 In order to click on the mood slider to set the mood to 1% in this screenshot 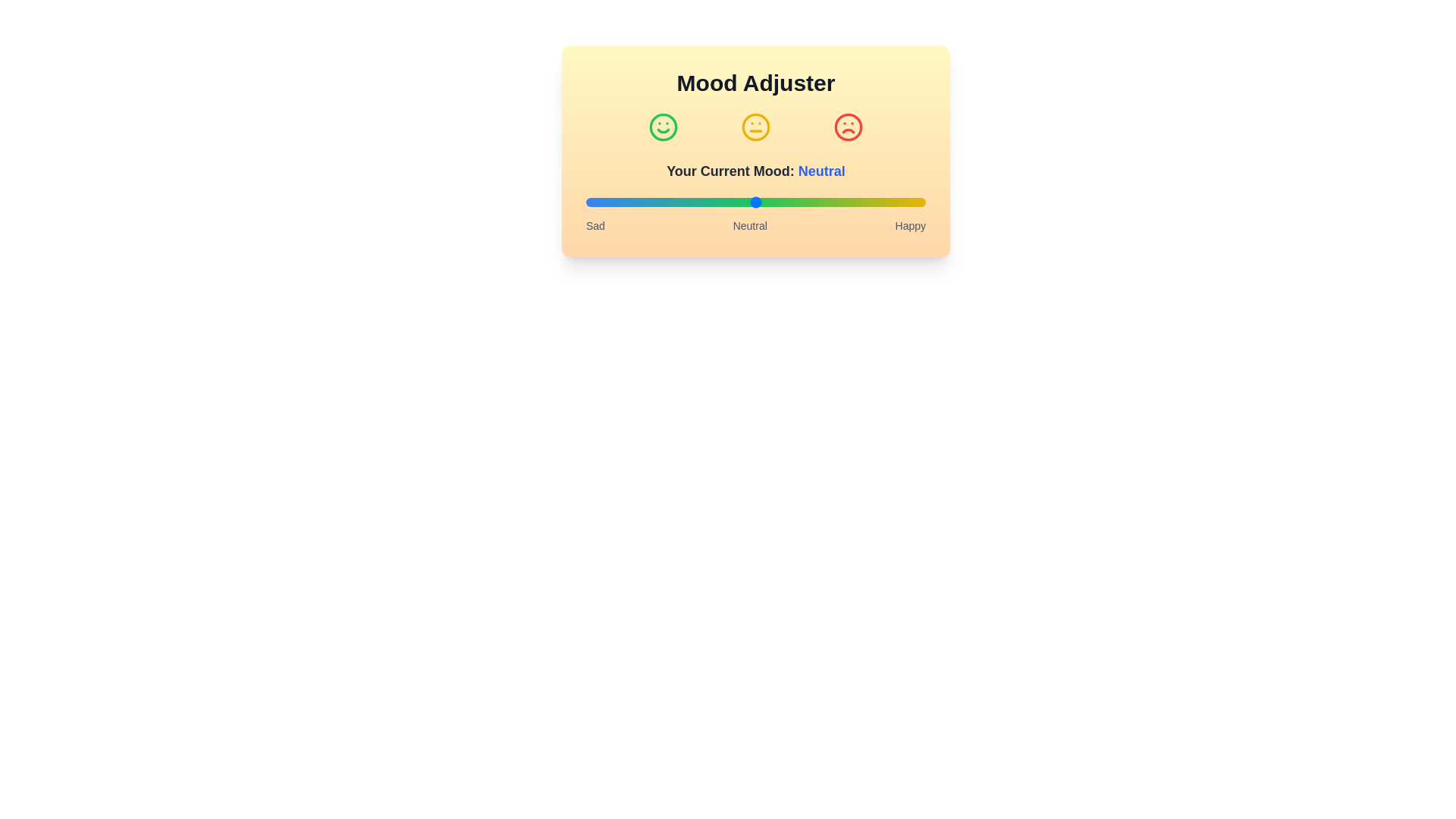, I will do `click(588, 201)`.